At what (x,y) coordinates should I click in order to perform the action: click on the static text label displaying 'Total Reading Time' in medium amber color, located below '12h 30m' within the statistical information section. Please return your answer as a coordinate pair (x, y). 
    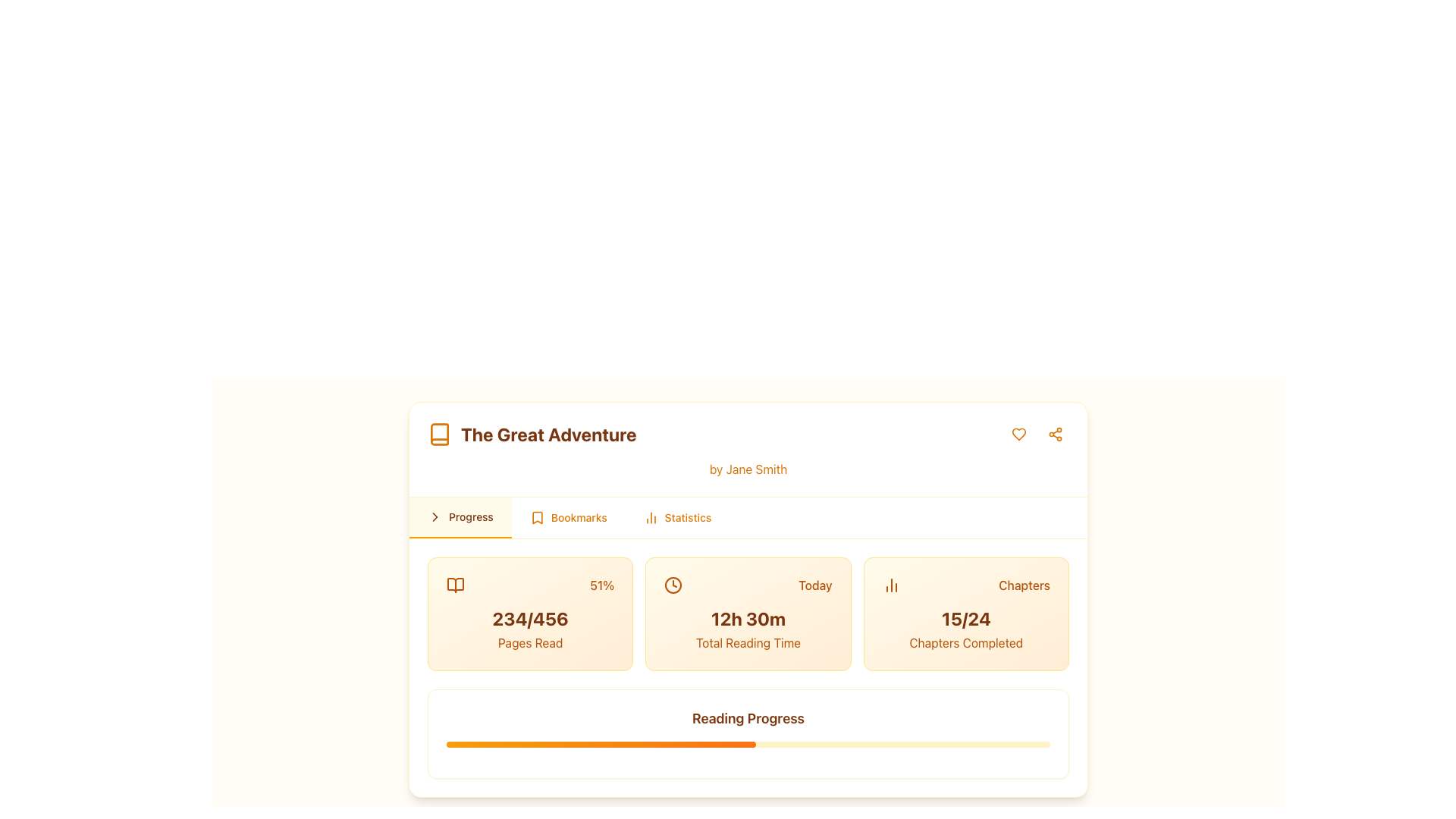
    Looking at the image, I should click on (748, 643).